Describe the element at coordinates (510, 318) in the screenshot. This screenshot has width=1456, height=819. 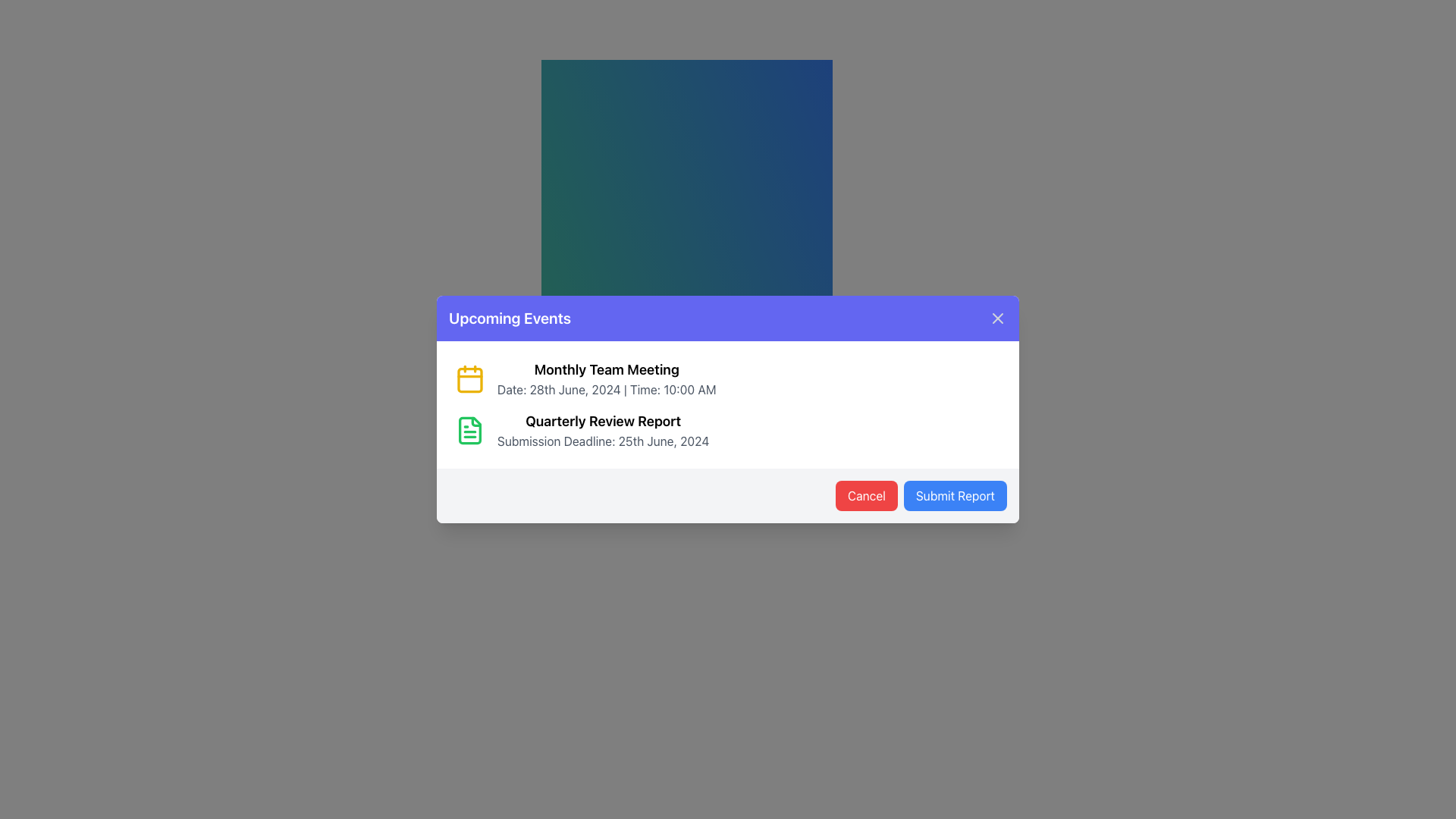
I see `the text label that serves as the title for the section about 'Upcoming Events', located in the top-left corner of a blue section in the dialog box` at that location.